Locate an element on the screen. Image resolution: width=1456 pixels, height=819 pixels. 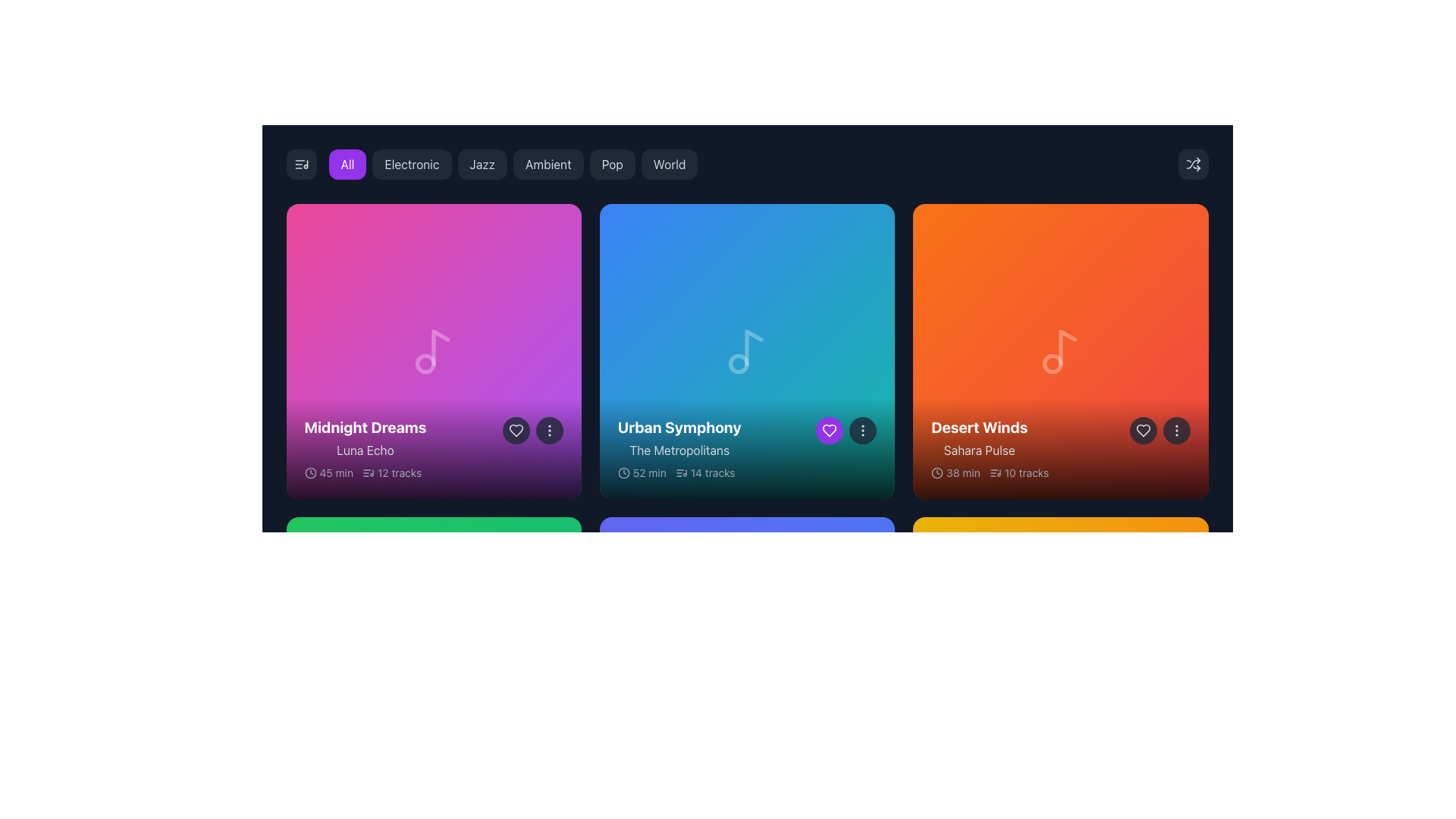
the heart-shaped icon button located at the bottom-right corner of the 'Midnight Dreams' card to mark the item as favorite is located at coordinates (516, 431).